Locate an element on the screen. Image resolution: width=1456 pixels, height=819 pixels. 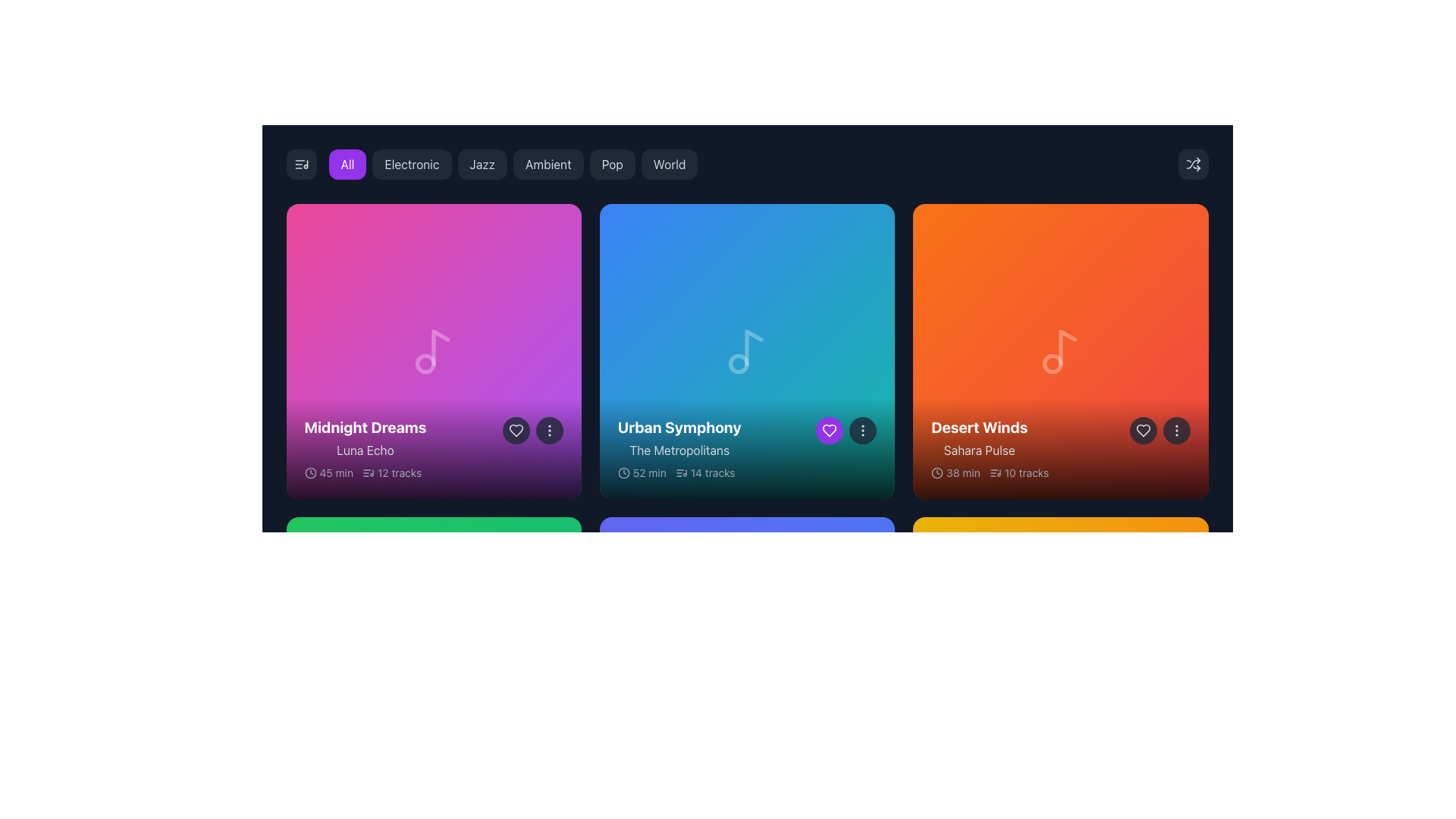
the heart-shaped icon button located at the bottom-right corner of the 'Midnight Dreams' card to mark the item as favorite is located at coordinates (516, 431).